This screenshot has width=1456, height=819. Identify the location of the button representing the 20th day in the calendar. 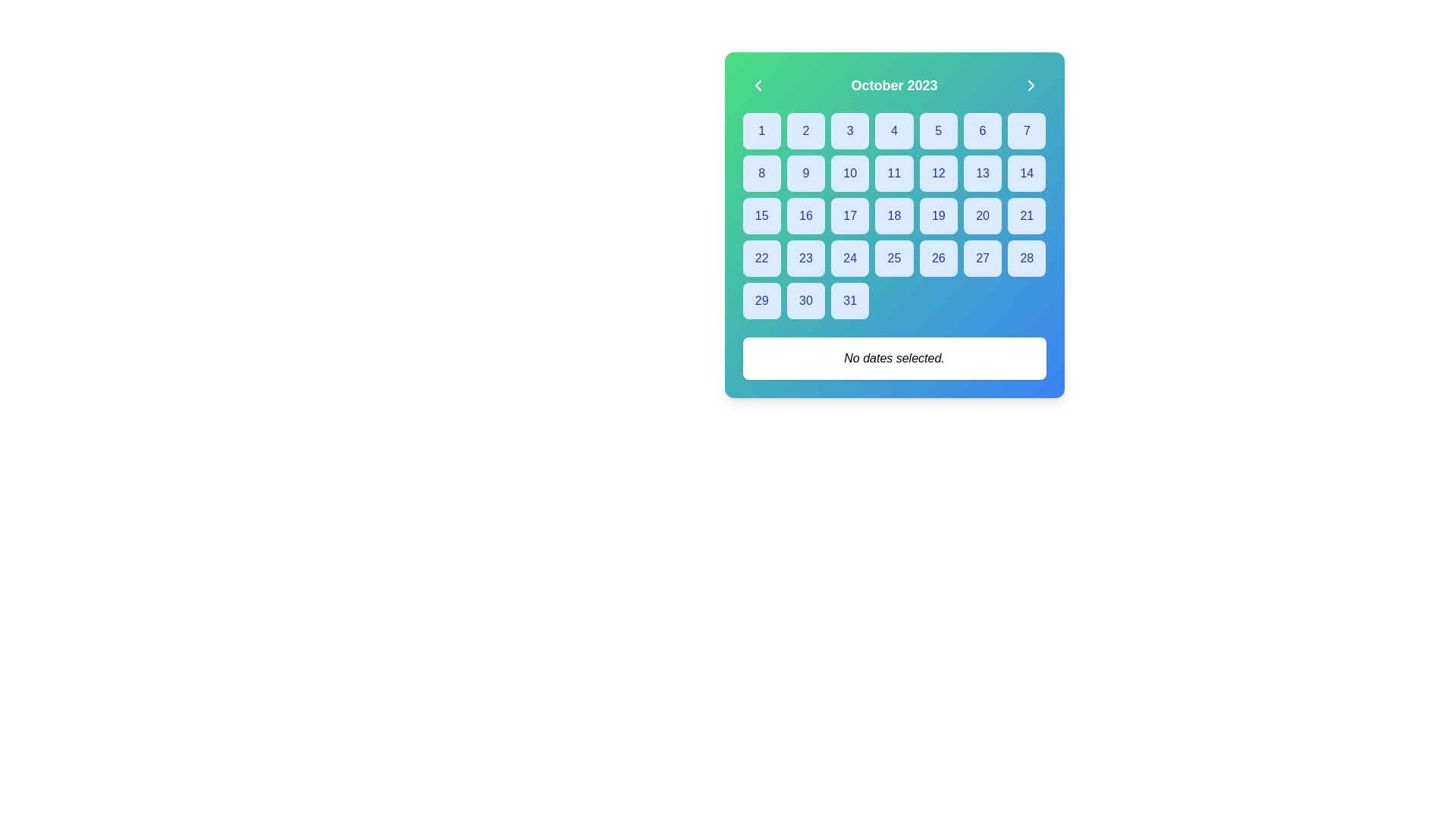
(983, 216).